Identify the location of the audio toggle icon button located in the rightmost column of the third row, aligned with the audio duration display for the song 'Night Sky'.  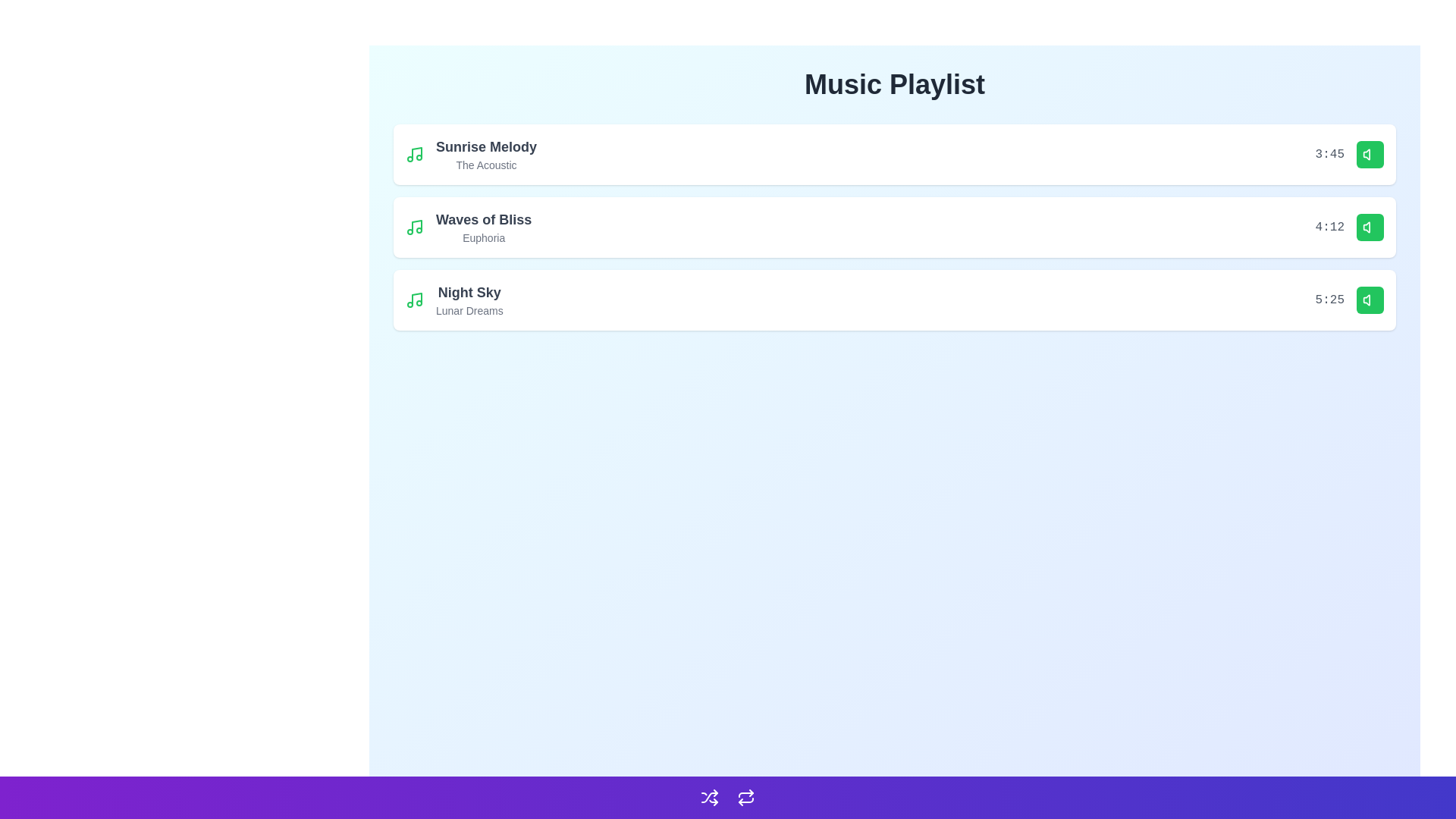
(1370, 155).